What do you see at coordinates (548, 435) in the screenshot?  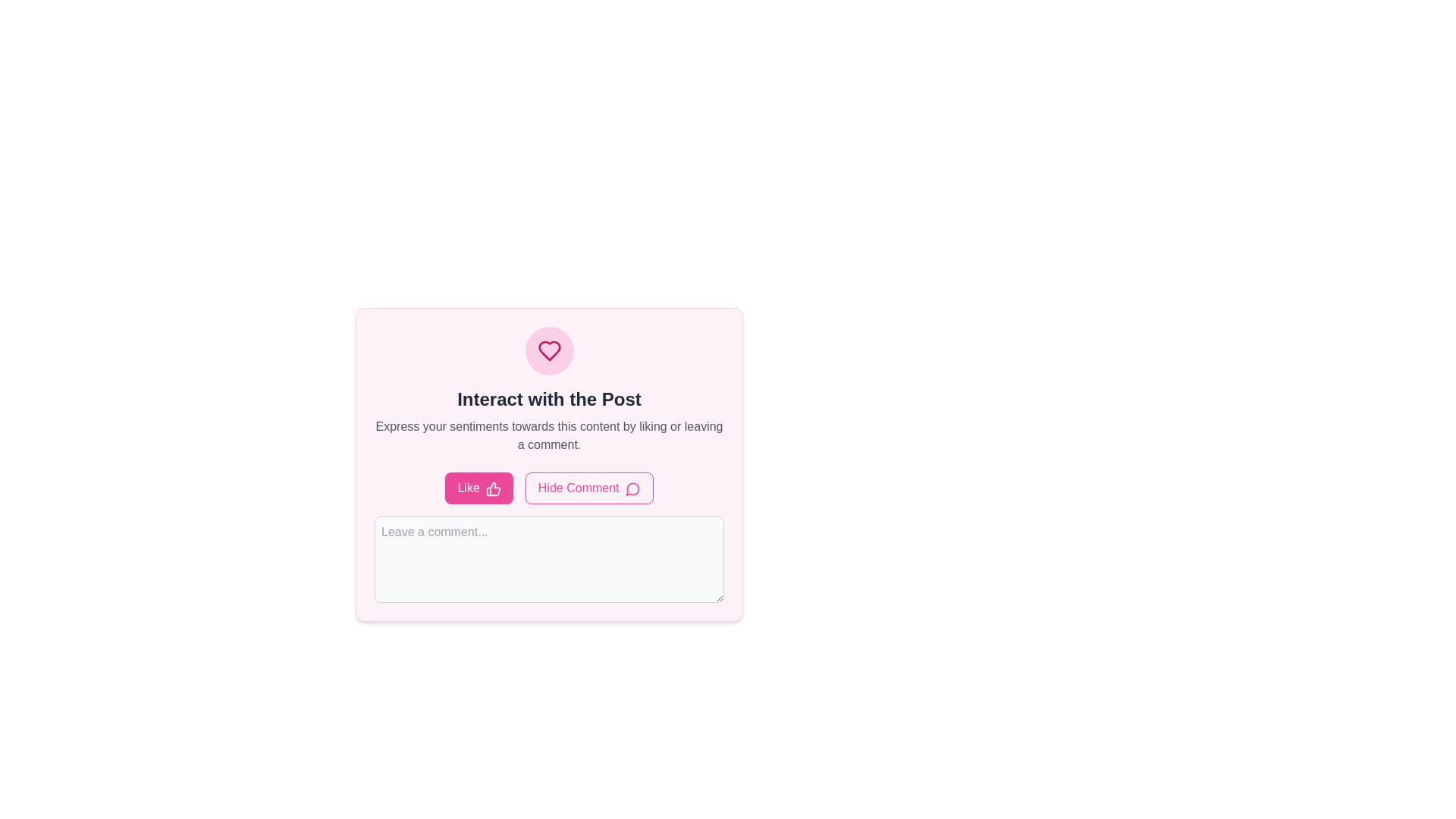 I see `the text content block that provides information or guidance to users about interaction options available for the post, located between the title 'Interact with the Post' and the 'Like' and 'Hide Comment' buttons` at bounding box center [548, 435].